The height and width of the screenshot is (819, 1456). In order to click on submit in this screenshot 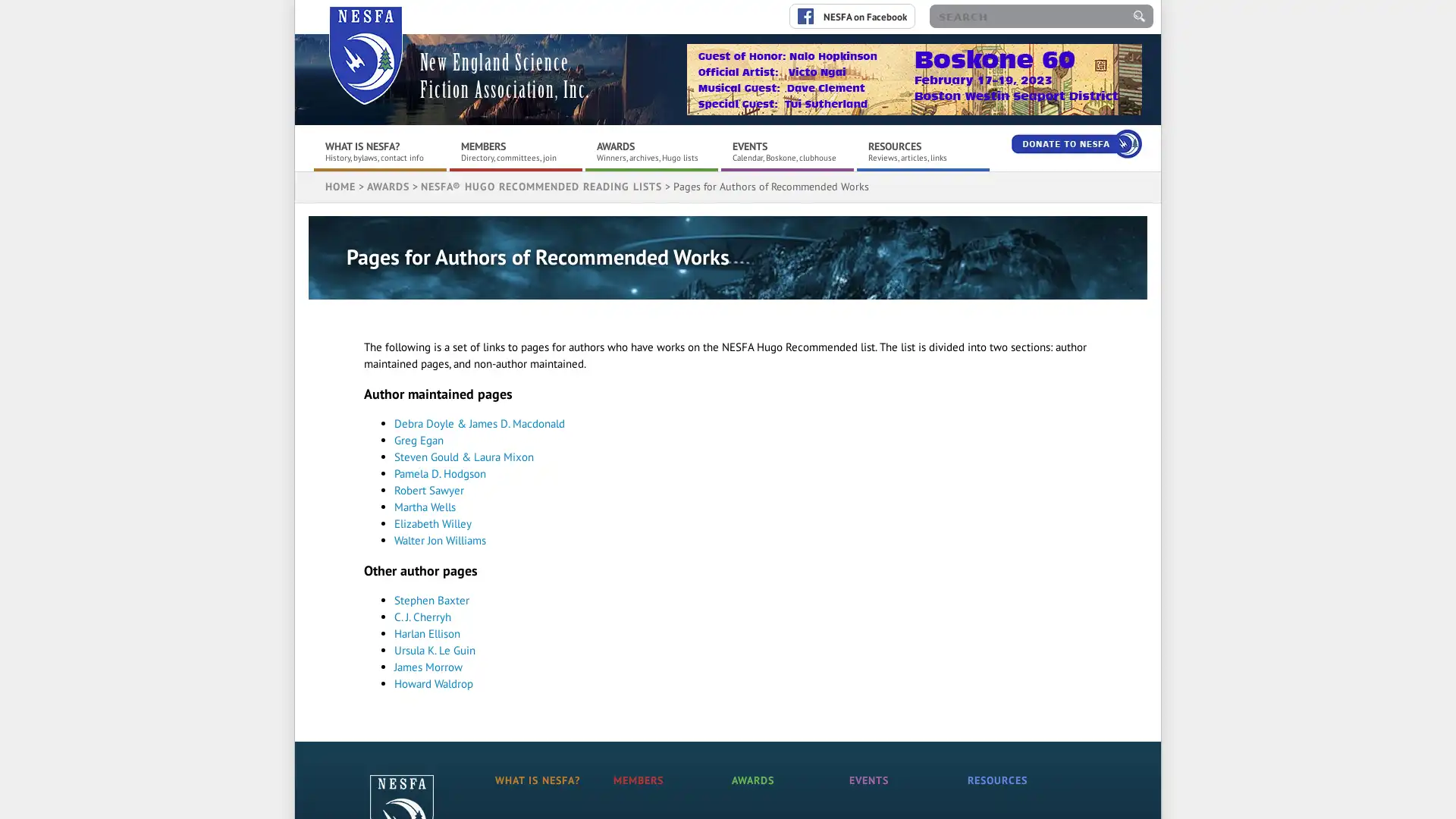, I will do `click(1139, 16)`.